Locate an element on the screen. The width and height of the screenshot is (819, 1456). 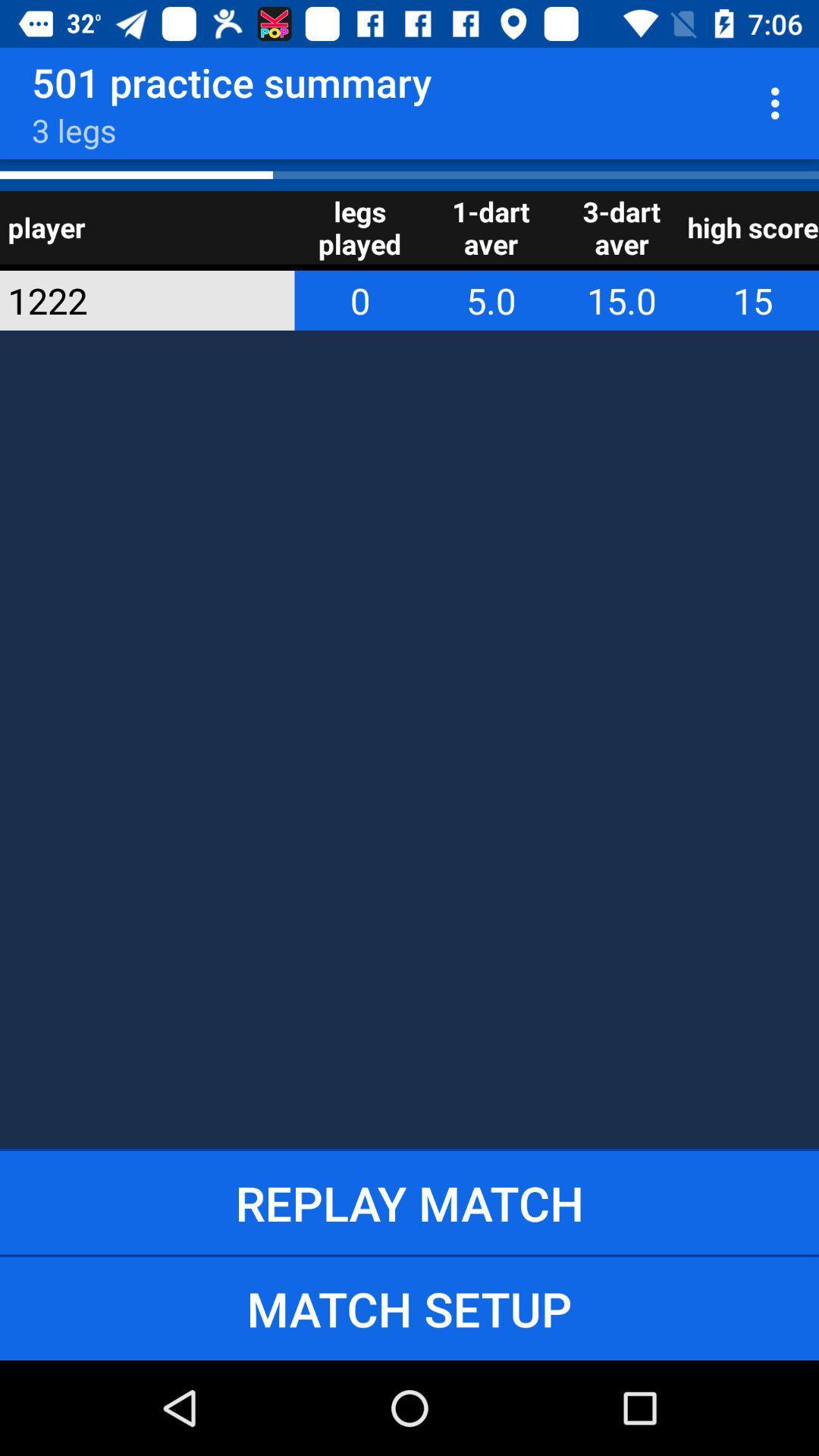
item above the match setup icon is located at coordinates (409, 1202).